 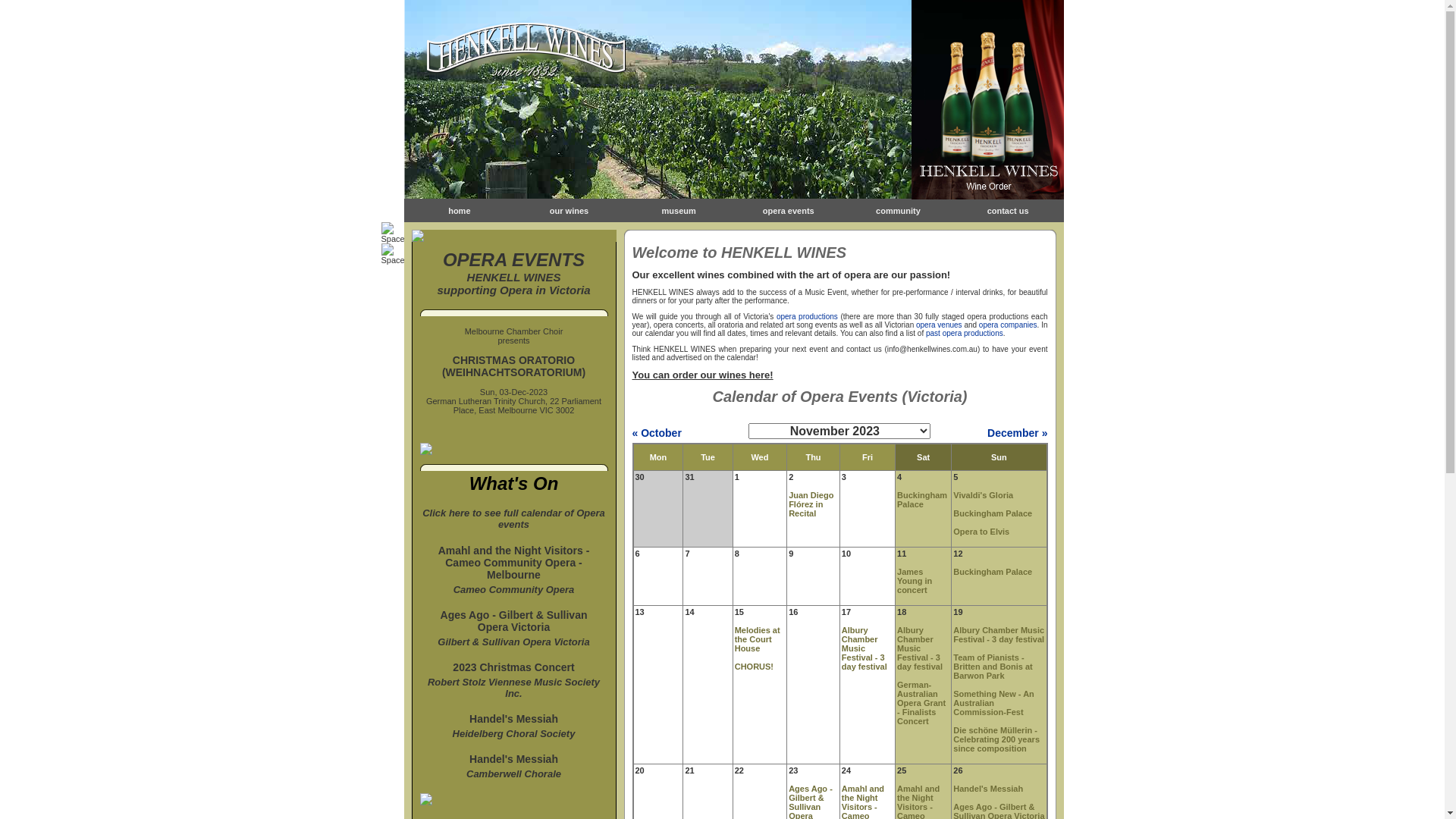 What do you see at coordinates (993, 666) in the screenshot?
I see `'Team of Pianists - Britten and Bonis at Barwon Park'` at bounding box center [993, 666].